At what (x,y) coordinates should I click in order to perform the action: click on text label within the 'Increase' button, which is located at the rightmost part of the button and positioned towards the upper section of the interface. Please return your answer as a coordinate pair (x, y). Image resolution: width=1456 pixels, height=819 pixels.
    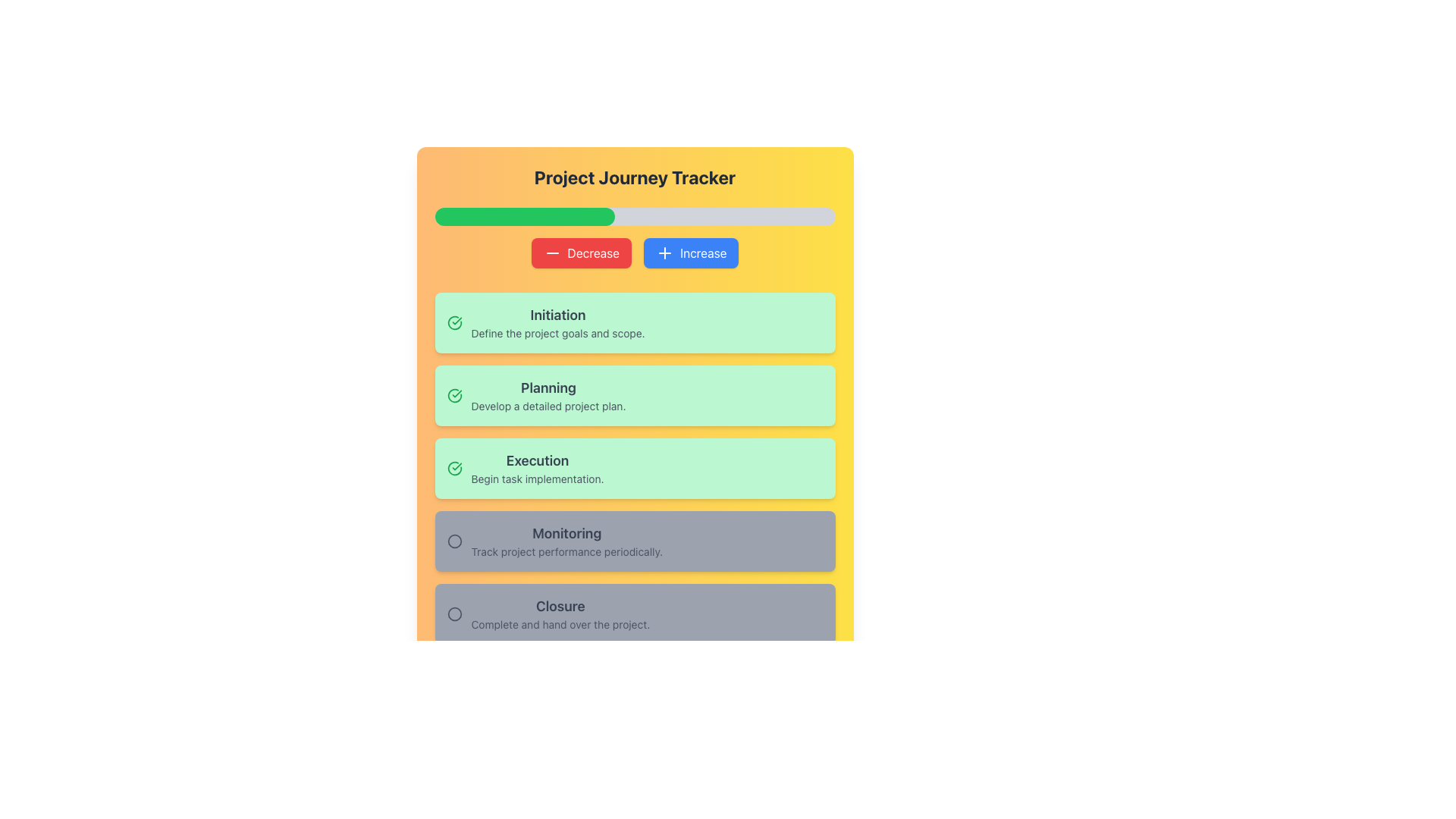
    Looking at the image, I should click on (702, 253).